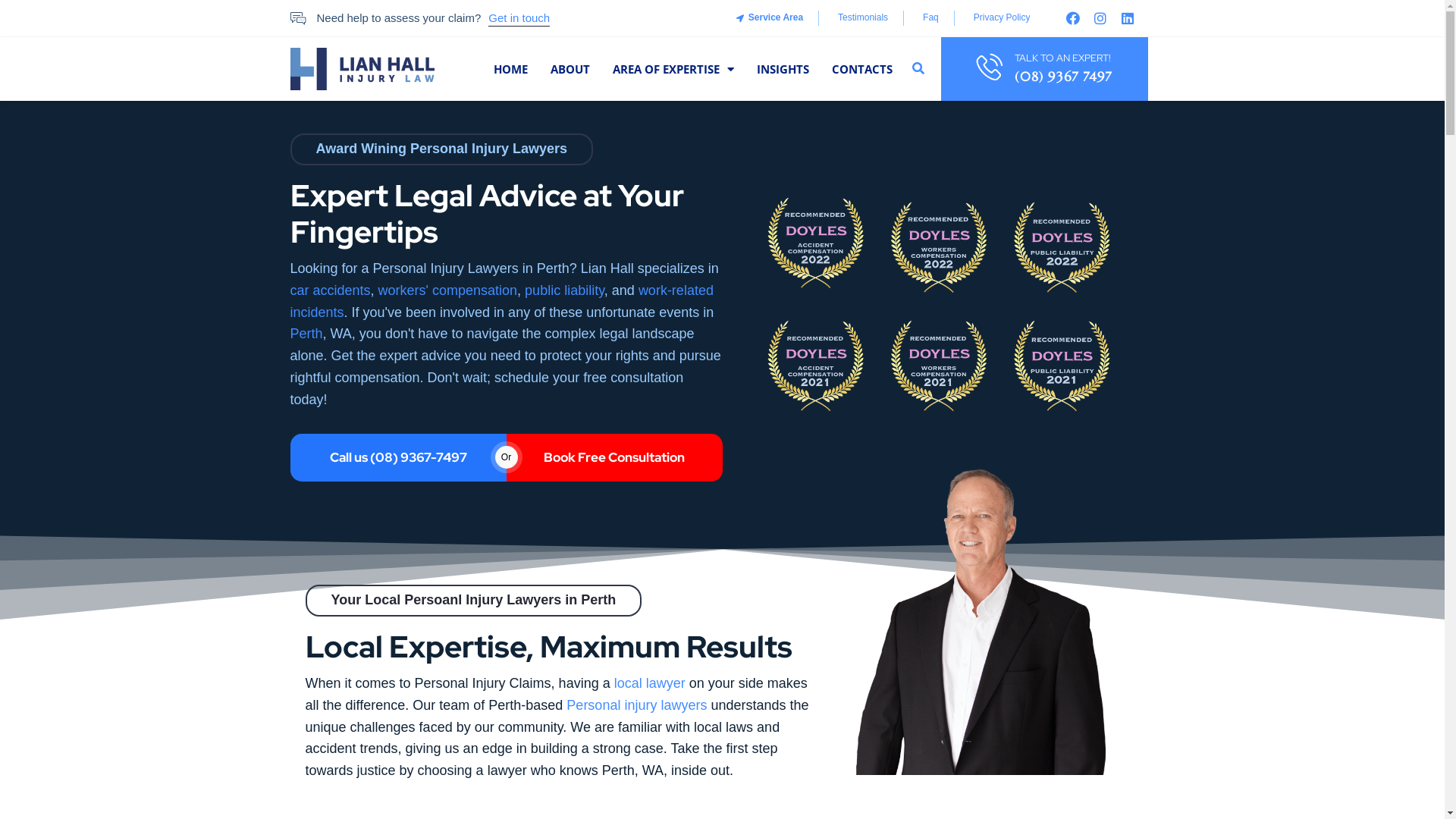 Image resolution: width=1456 pixels, height=819 pixels. I want to click on 'HOME', so click(510, 69).